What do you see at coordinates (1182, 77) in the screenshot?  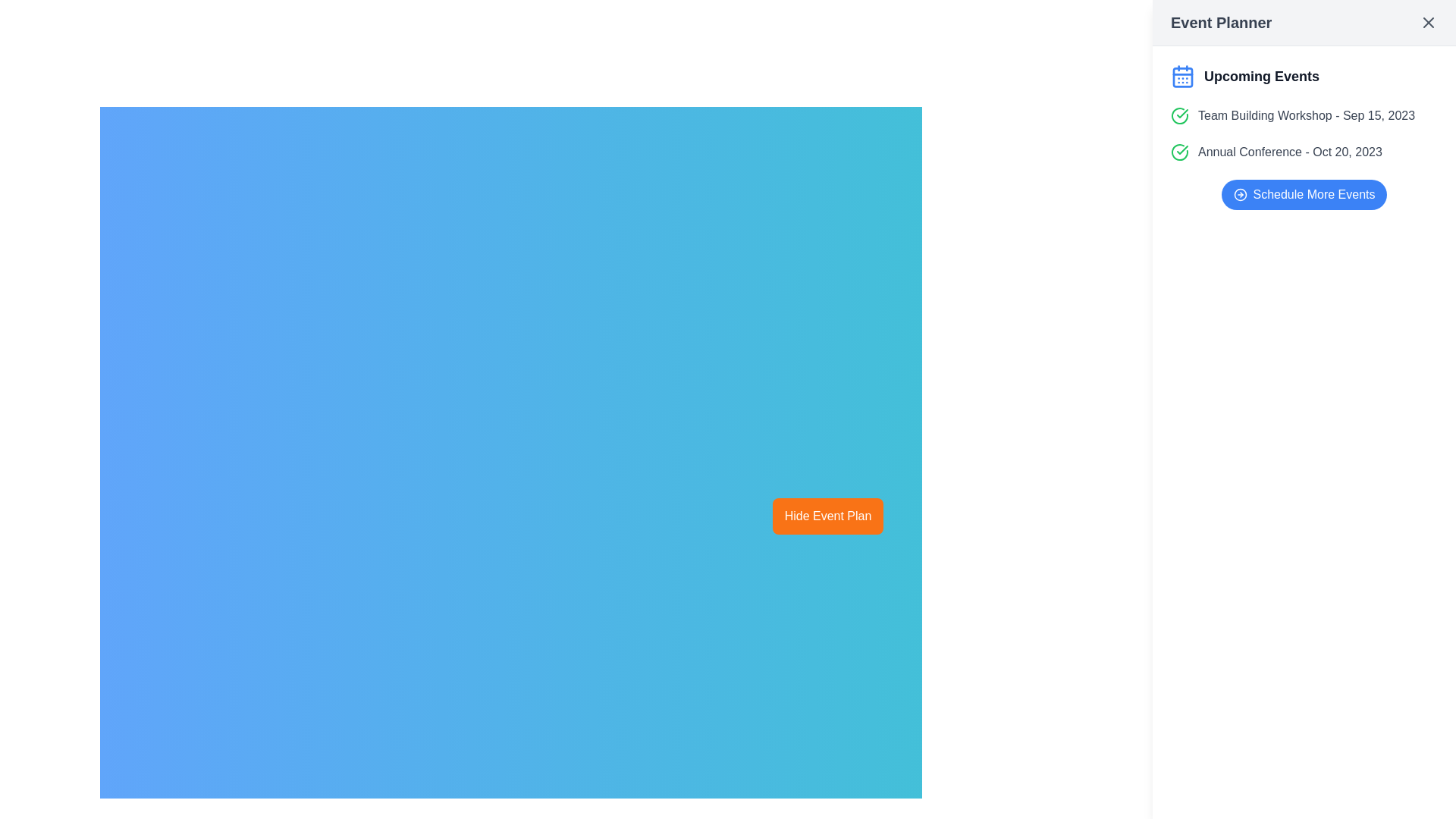 I see `the rectangle with rounded corners that is part of the SVG calendar icon located in the 'Upcoming Events' section of the 'Event Planner' sidebar` at bounding box center [1182, 77].